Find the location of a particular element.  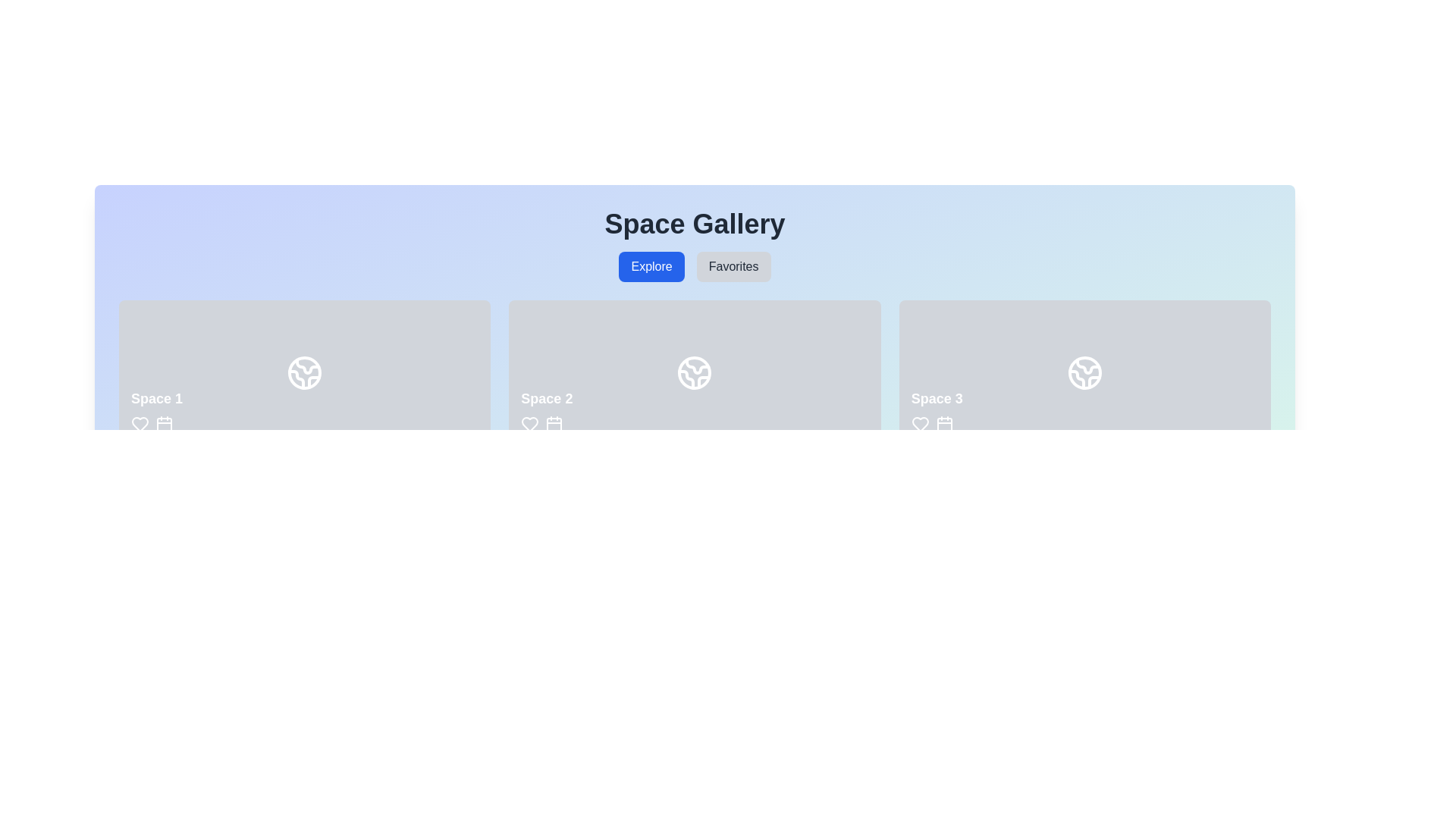

the favorites button located to the right of the 'Explore' button is located at coordinates (733, 265).